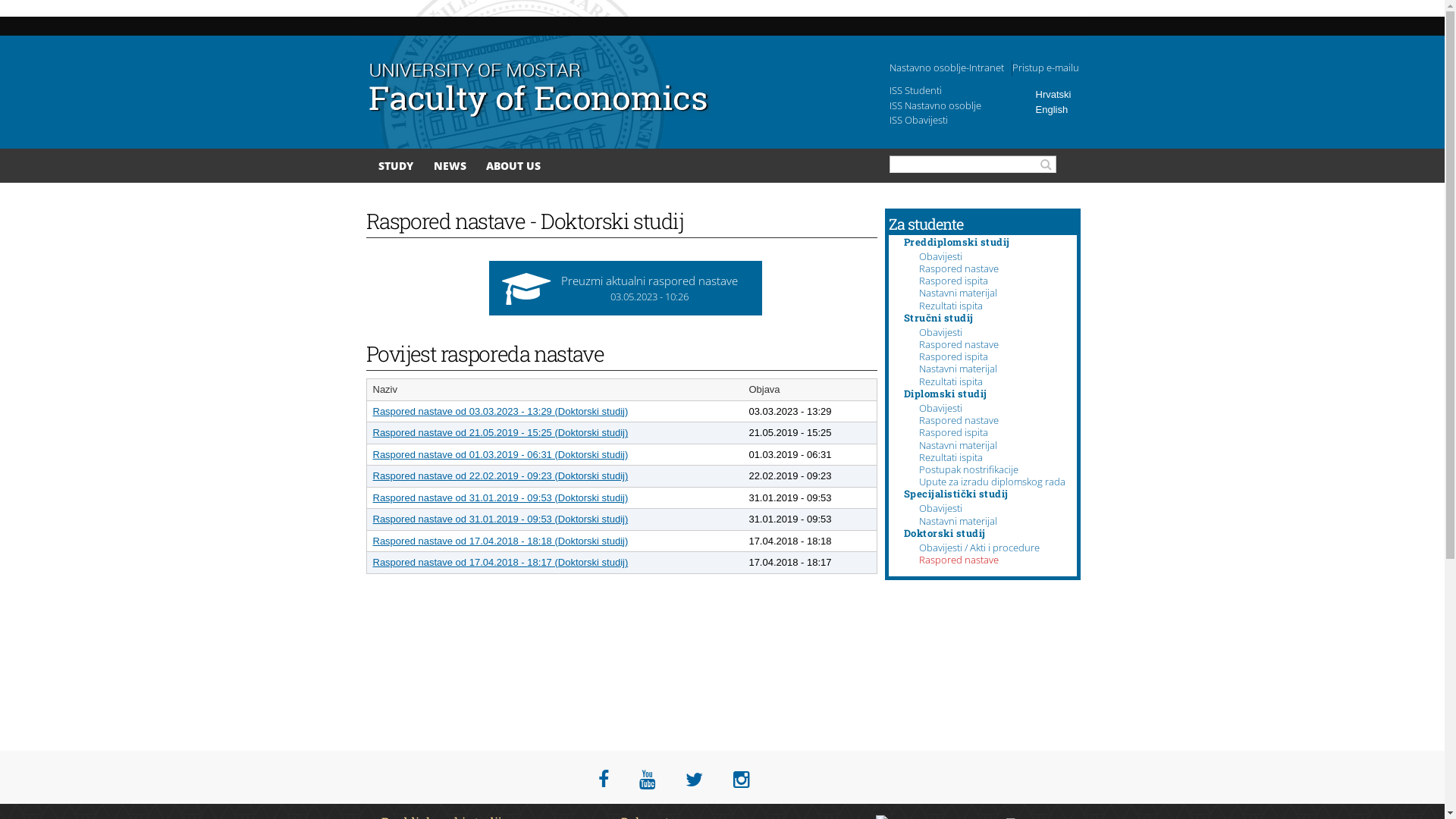 The height and width of the screenshot is (819, 1456). Describe the element at coordinates (949, 456) in the screenshot. I see `'Rezultati ispita'` at that location.